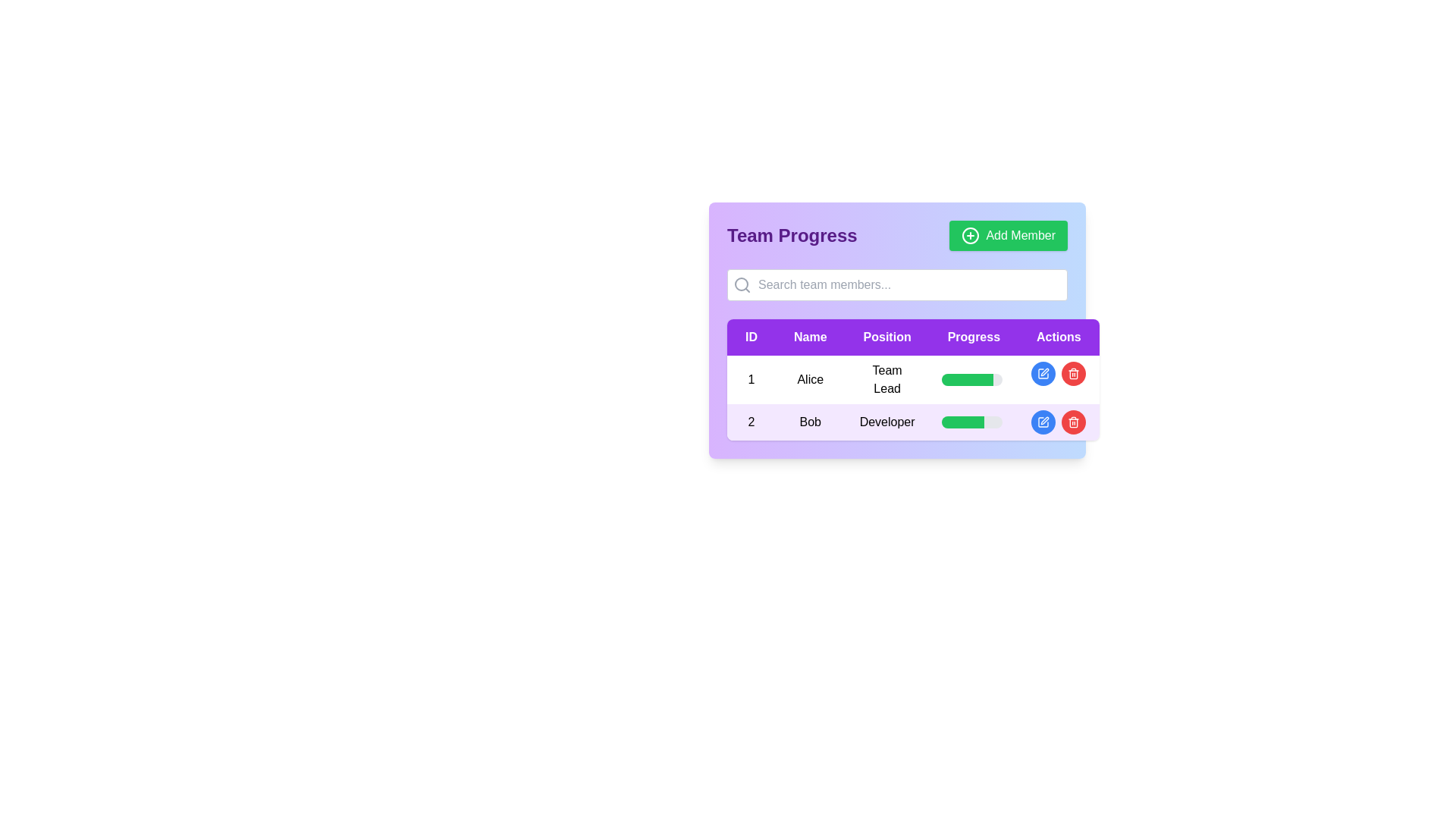 The image size is (1456, 819). What do you see at coordinates (1043, 374) in the screenshot?
I see `the edit button for user 'Bob' located in the 'Actions' column of the second row` at bounding box center [1043, 374].